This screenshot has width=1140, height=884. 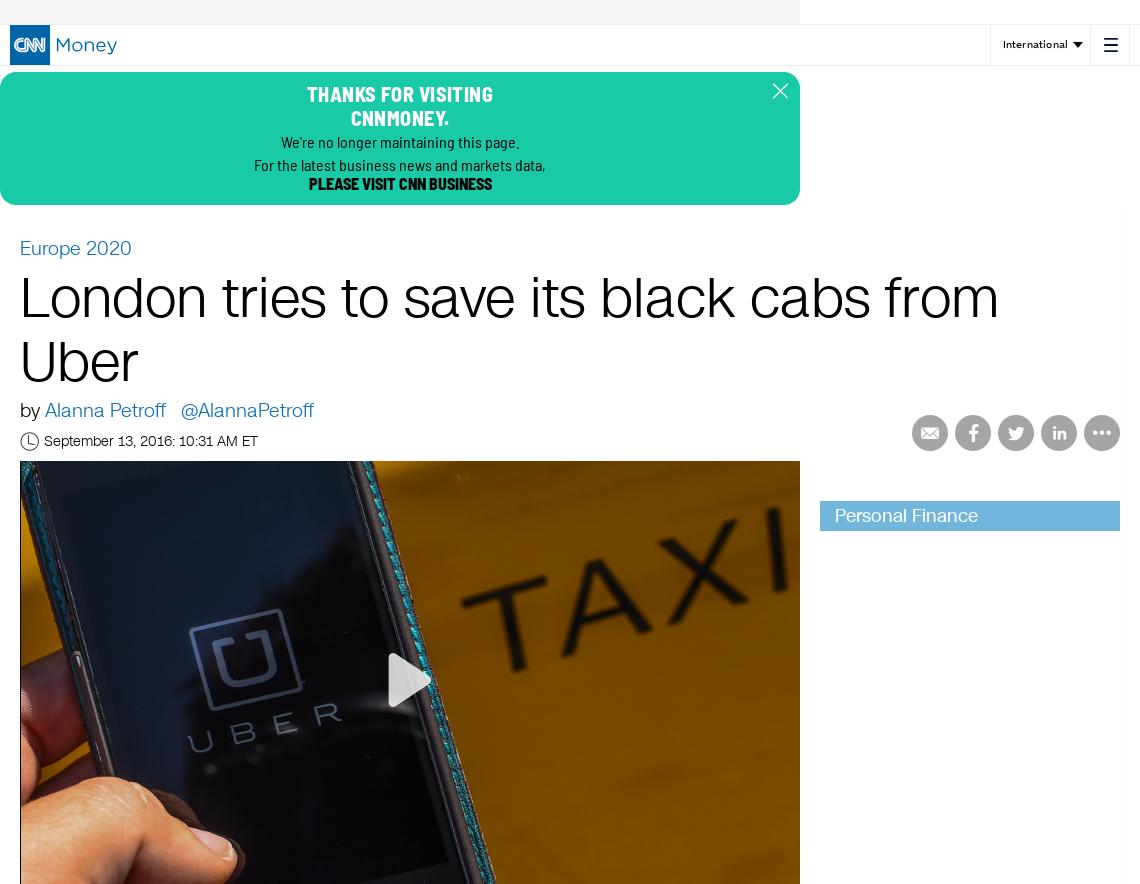 I want to click on 'by', so click(x=32, y=409).